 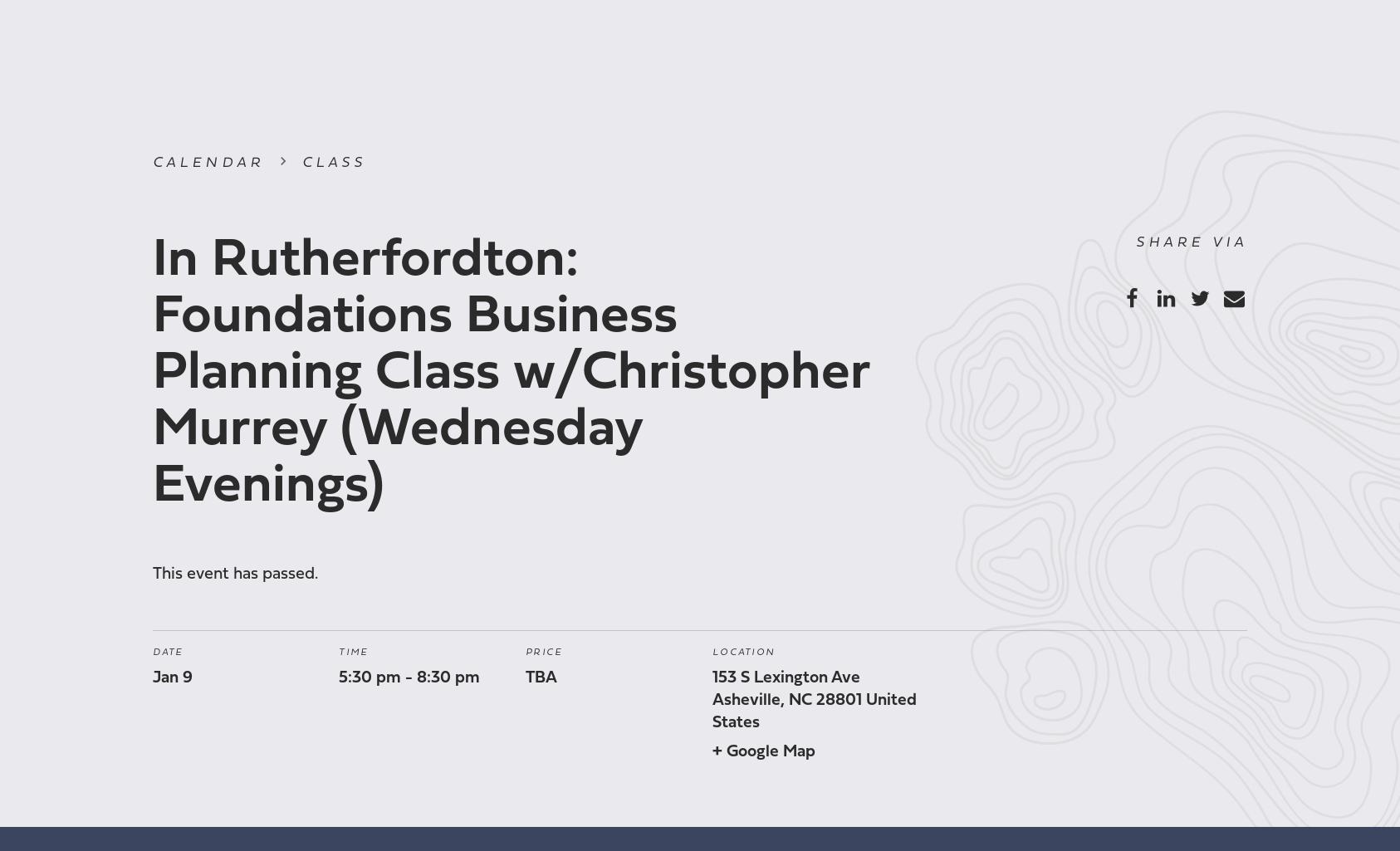 I want to click on '5:30 pm - 8:30 pm', so click(x=409, y=677).